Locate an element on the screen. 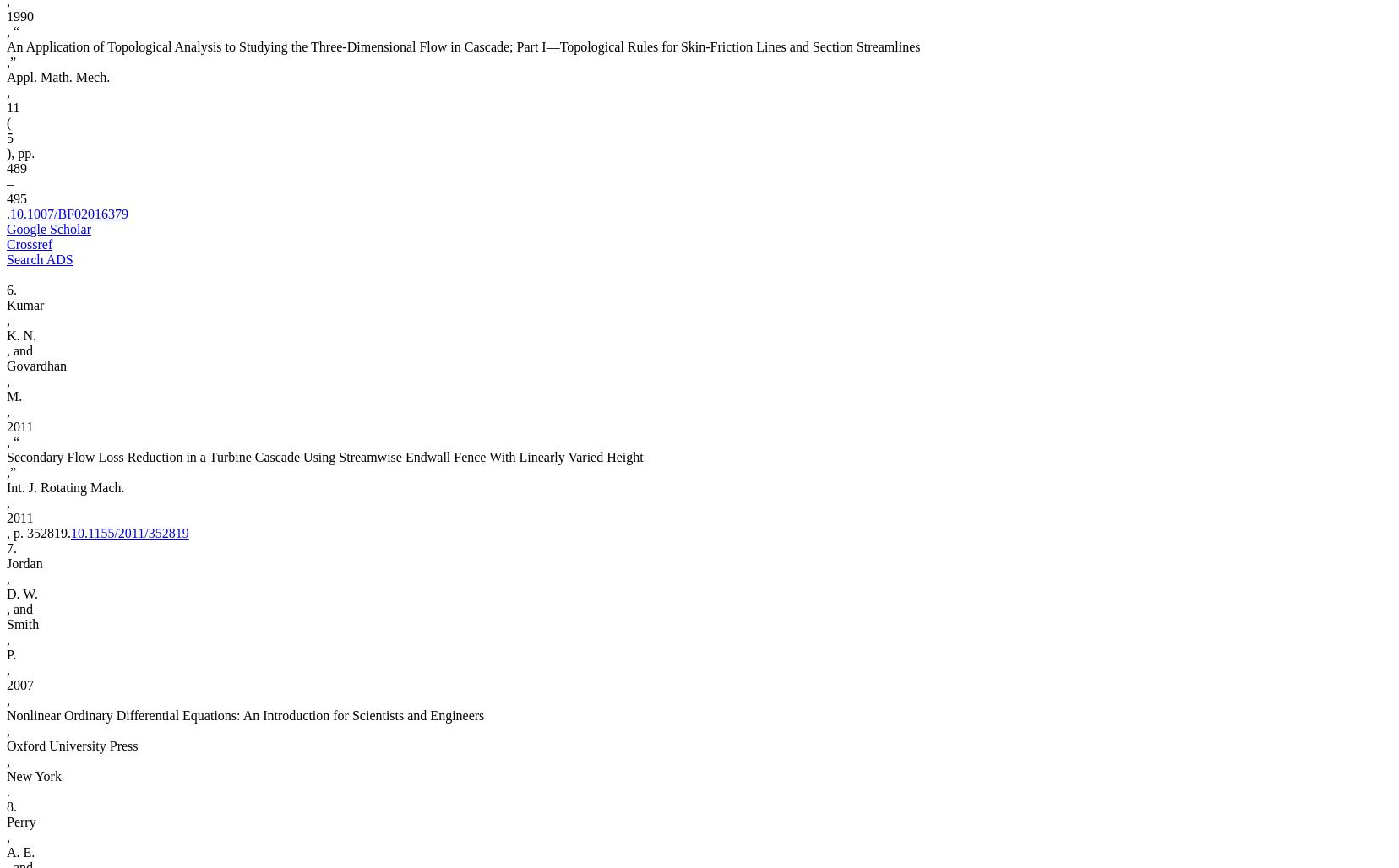 This screenshot has height=868, width=1399. 'Jordan' is located at coordinates (23, 563).